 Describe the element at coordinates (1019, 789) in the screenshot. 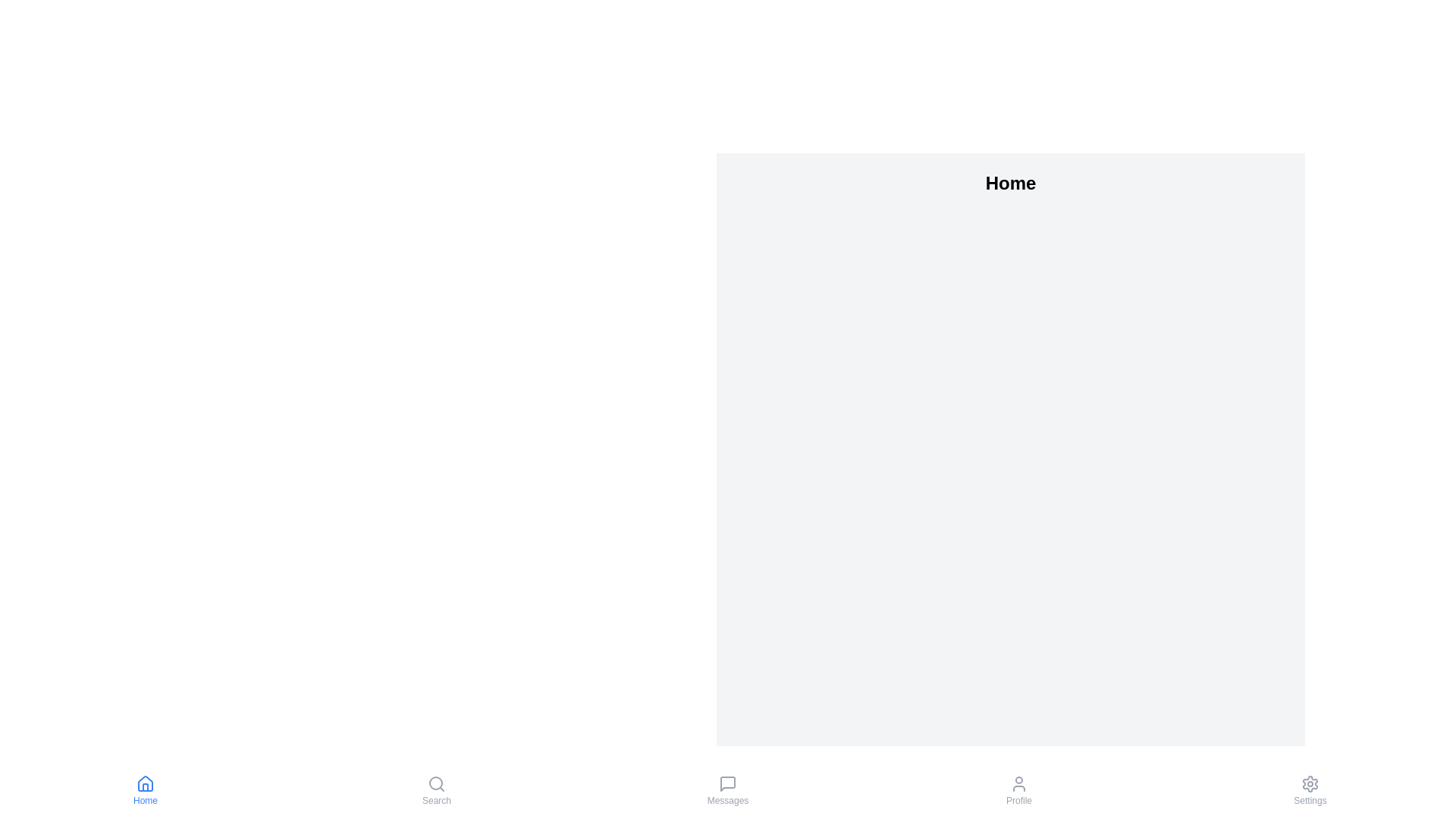

I see `the navigation button for 'Profile' located in the bottom navigation bar` at that location.